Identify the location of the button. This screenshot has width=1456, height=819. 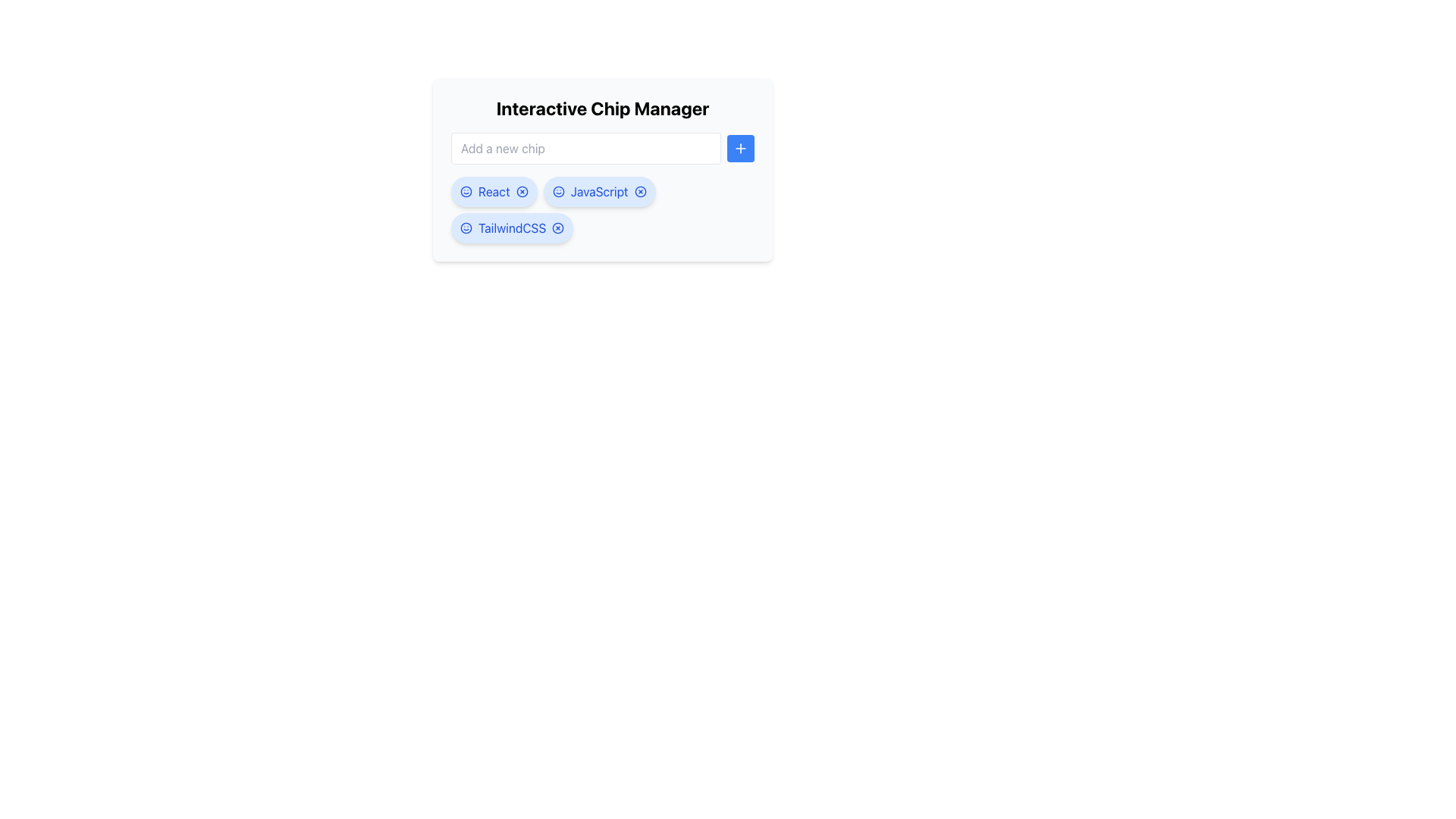
(522, 191).